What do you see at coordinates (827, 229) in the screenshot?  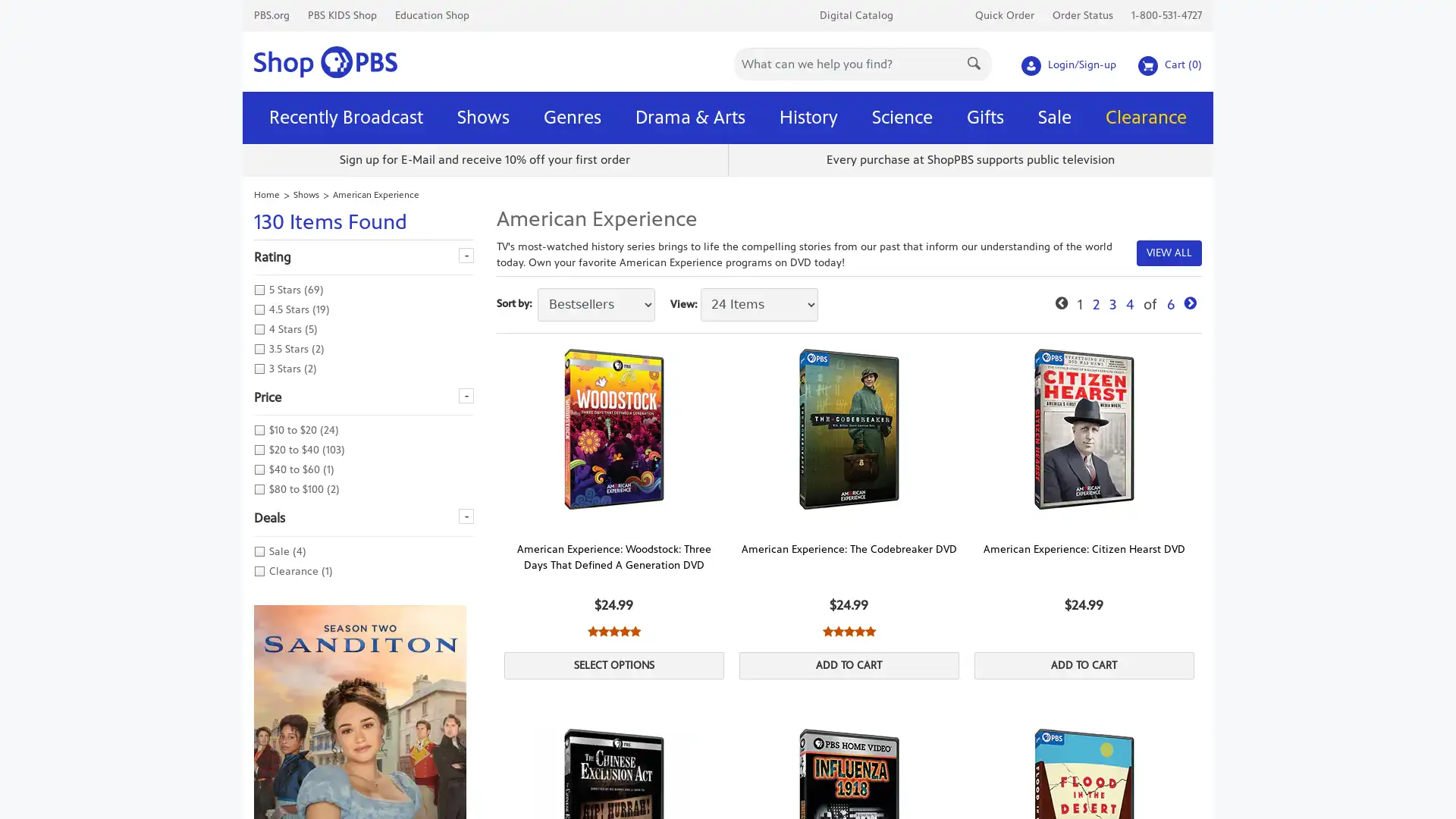 I see `Sign up button` at bounding box center [827, 229].